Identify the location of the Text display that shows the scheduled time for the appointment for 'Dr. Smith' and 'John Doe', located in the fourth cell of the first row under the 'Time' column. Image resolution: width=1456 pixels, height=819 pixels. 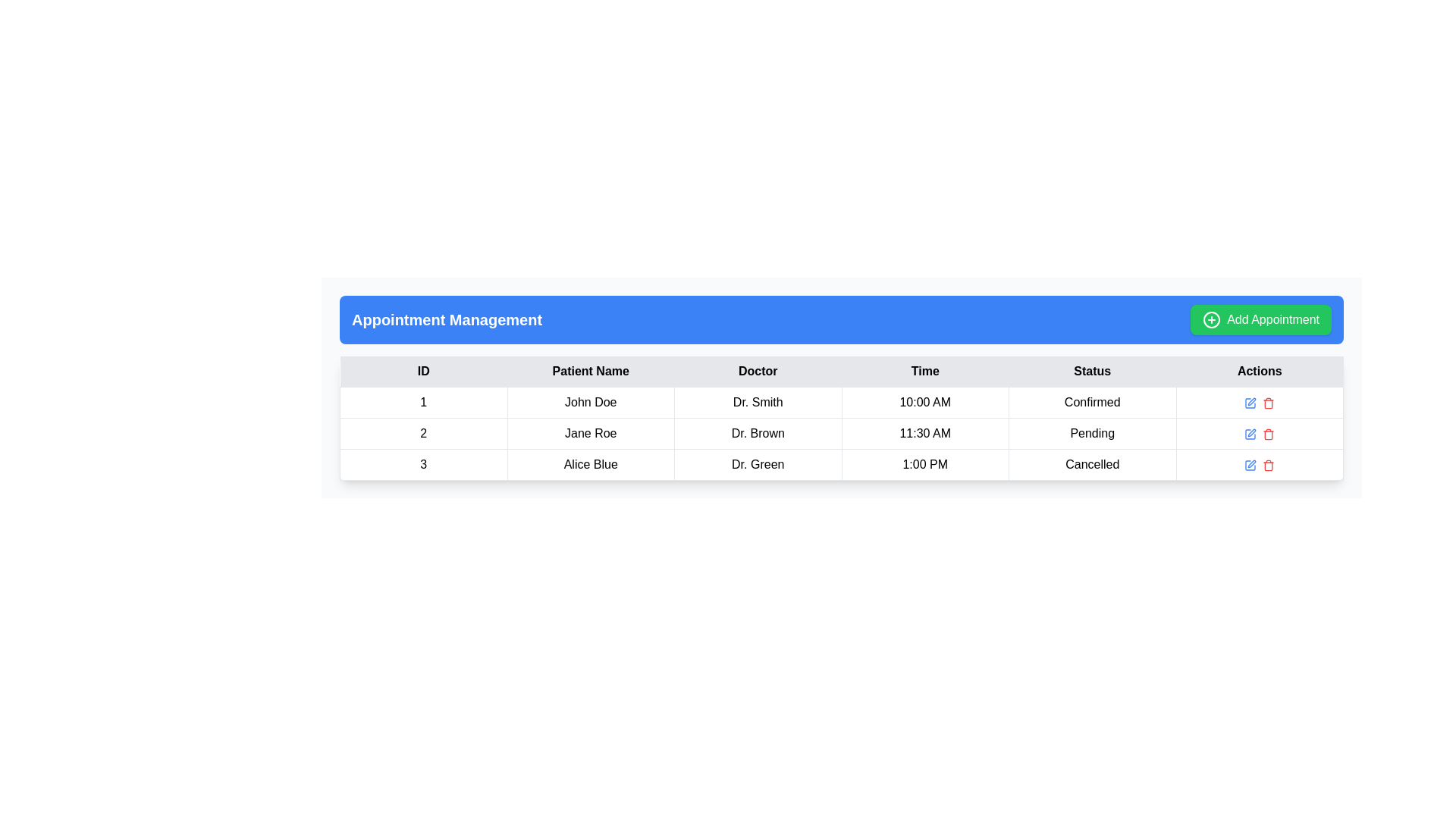
(924, 402).